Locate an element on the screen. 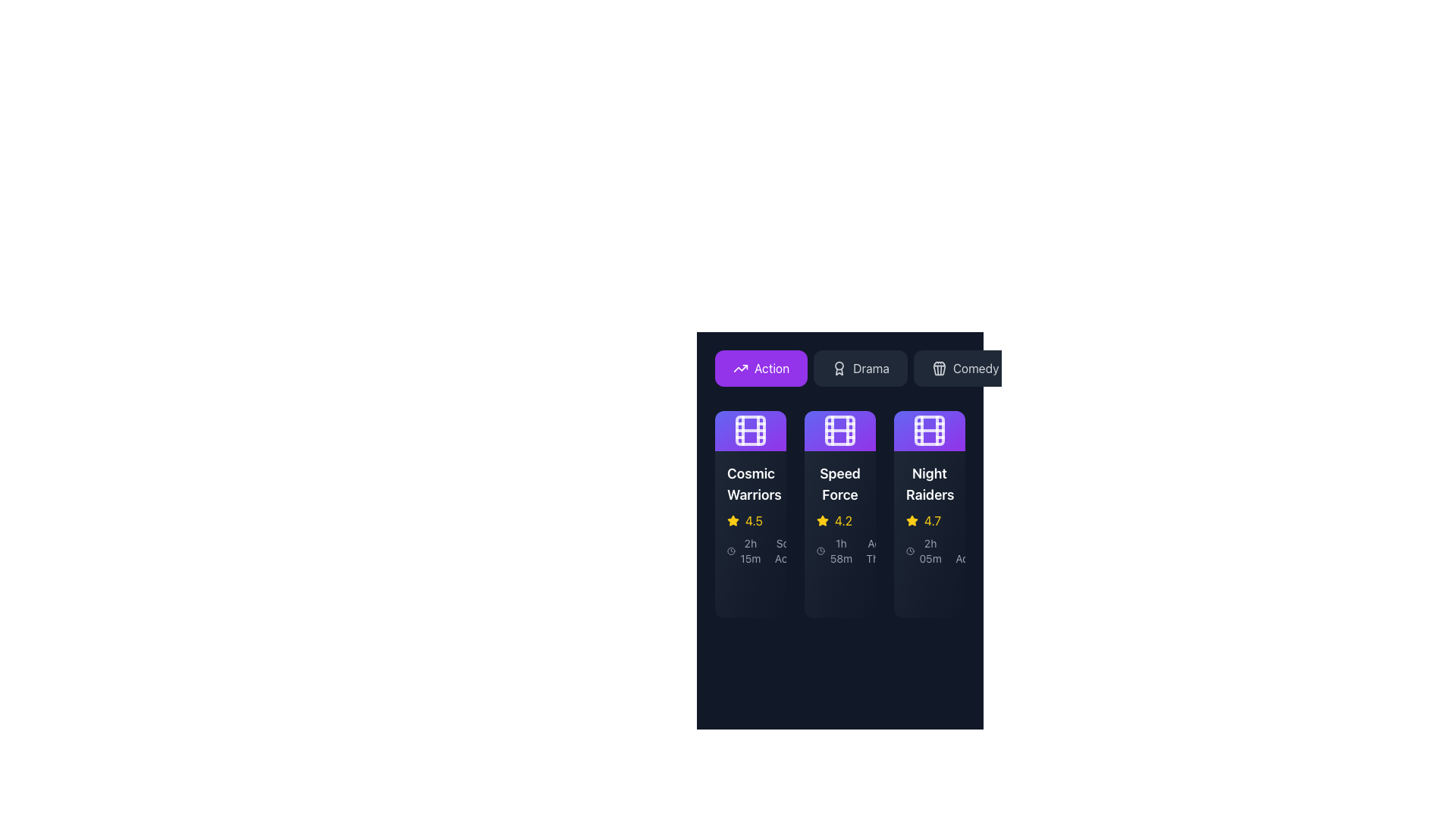  text label displaying the title 'Night Raiders', which is styled in bold white text and positioned at the top of the third movie card from the left is located at coordinates (928, 483).